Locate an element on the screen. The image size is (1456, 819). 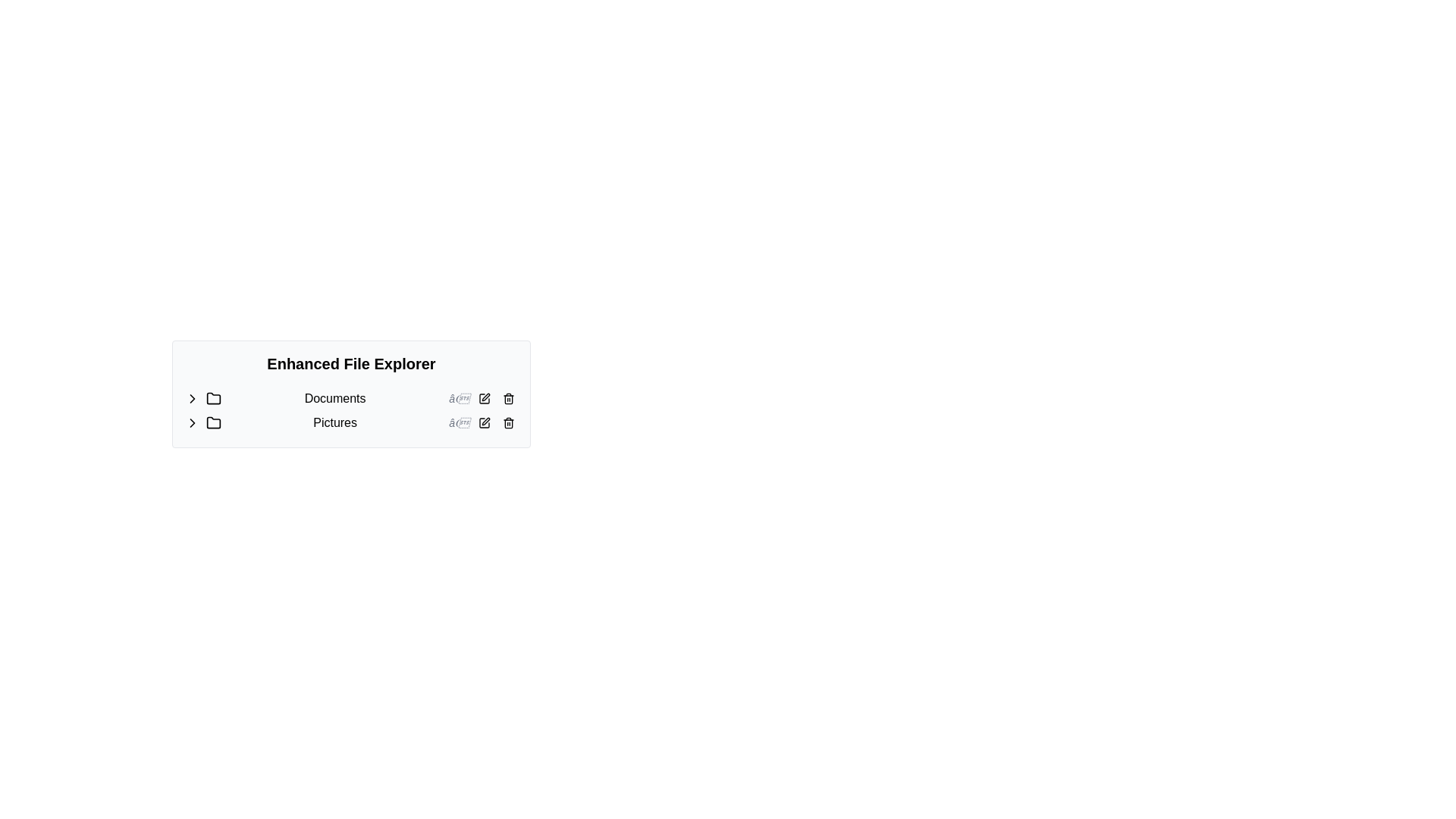
the trash bin icon button at the far right end of the 'Documents' entry is located at coordinates (509, 397).